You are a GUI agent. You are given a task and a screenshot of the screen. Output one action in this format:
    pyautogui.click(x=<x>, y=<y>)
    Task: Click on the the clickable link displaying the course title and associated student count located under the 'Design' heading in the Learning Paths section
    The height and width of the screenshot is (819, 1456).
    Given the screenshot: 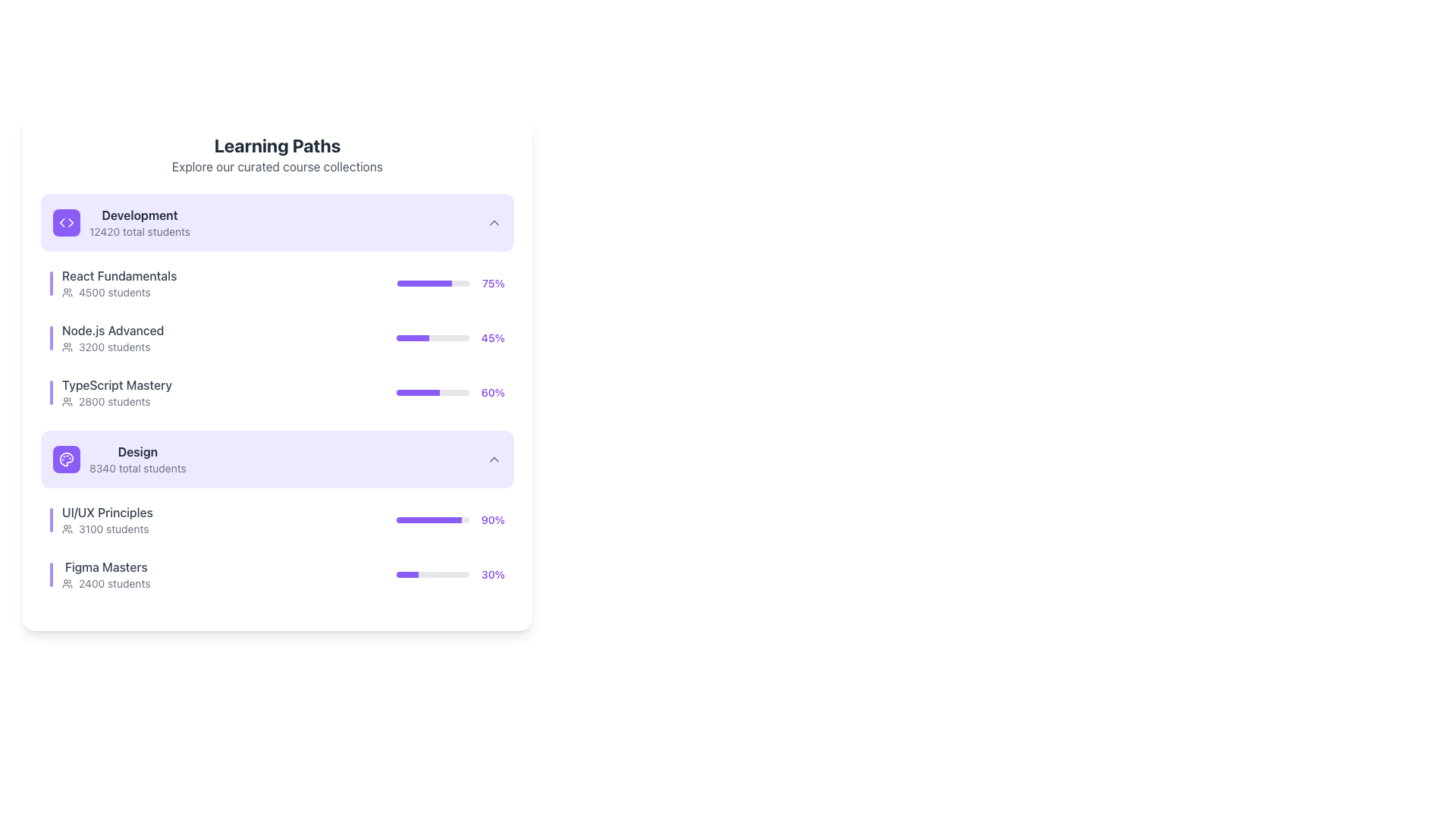 What is the action you would take?
    pyautogui.click(x=101, y=519)
    